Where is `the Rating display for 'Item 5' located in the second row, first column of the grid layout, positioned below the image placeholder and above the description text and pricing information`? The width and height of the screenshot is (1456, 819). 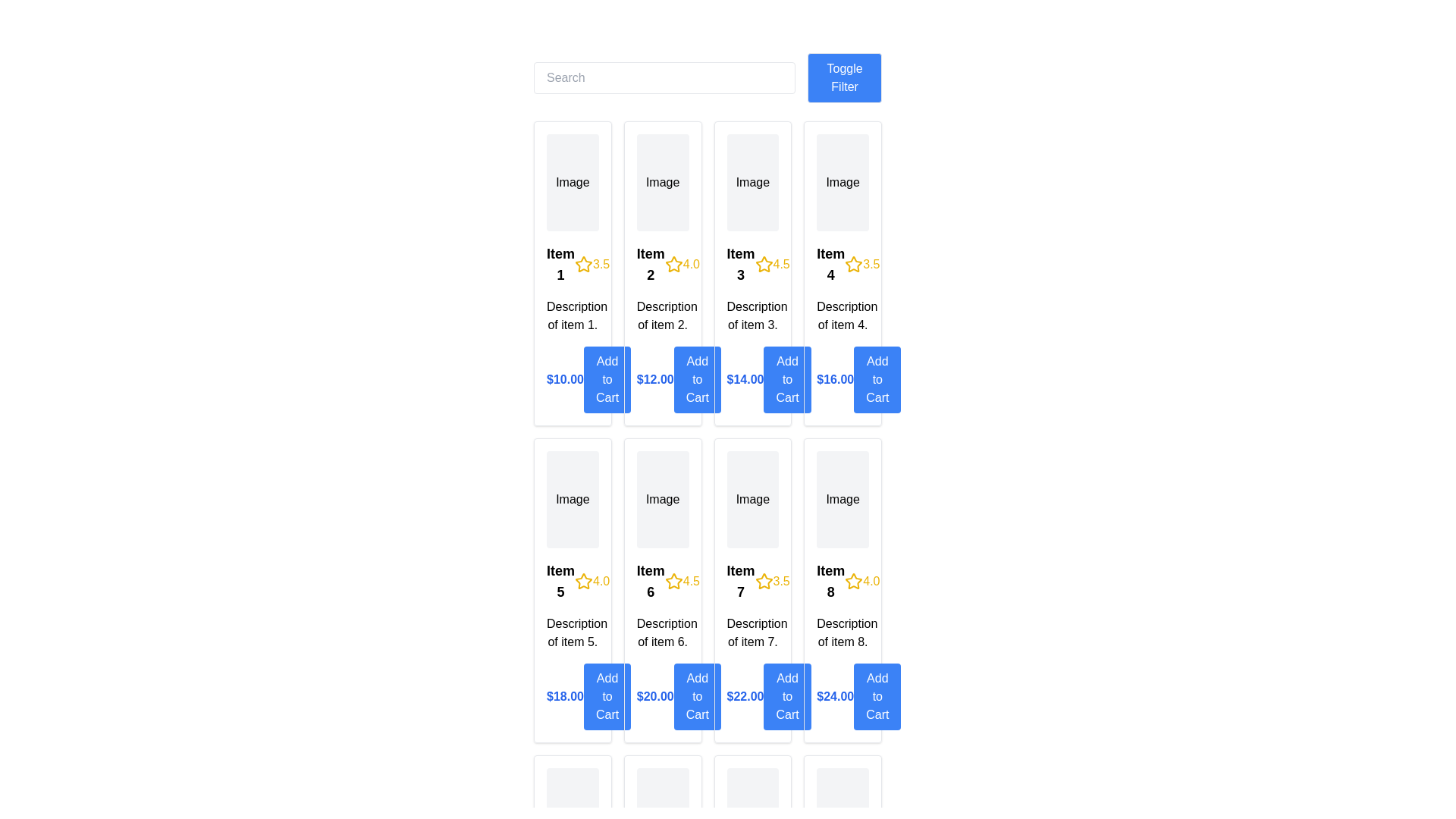
the Rating display for 'Item 5' located in the second row, first column of the grid layout, positioned below the image placeholder and above the description text and pricing information is located at coordinates (572, 581).